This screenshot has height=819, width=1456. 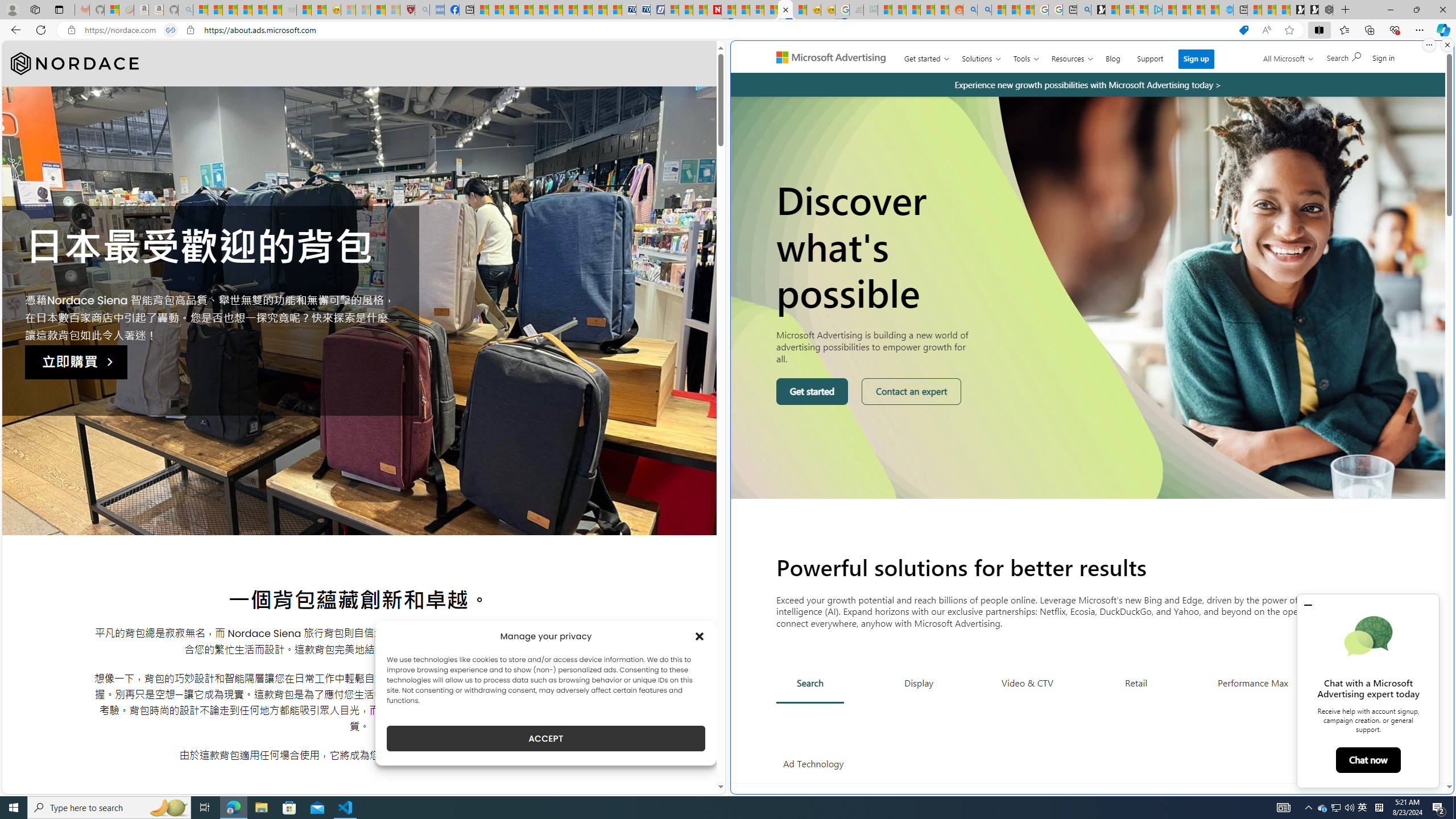 I want to click on 'New Report Confirms 2023 Was Record Hot | Watch', so click(x=259, y=9).